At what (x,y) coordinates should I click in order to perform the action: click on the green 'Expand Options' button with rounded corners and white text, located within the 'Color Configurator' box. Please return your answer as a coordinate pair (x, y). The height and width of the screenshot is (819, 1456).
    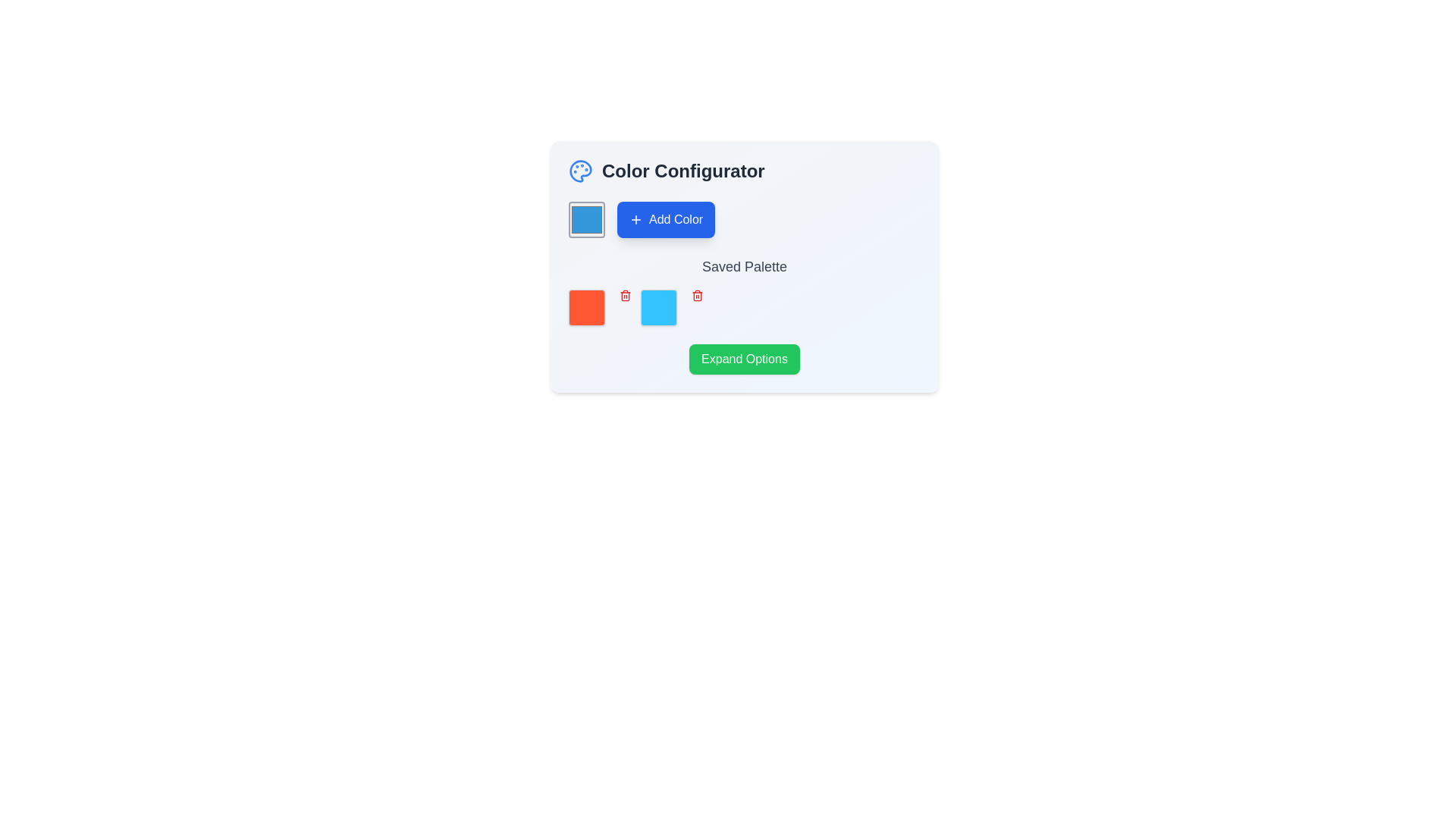
    Looking at the image, I should click on (745, 359).